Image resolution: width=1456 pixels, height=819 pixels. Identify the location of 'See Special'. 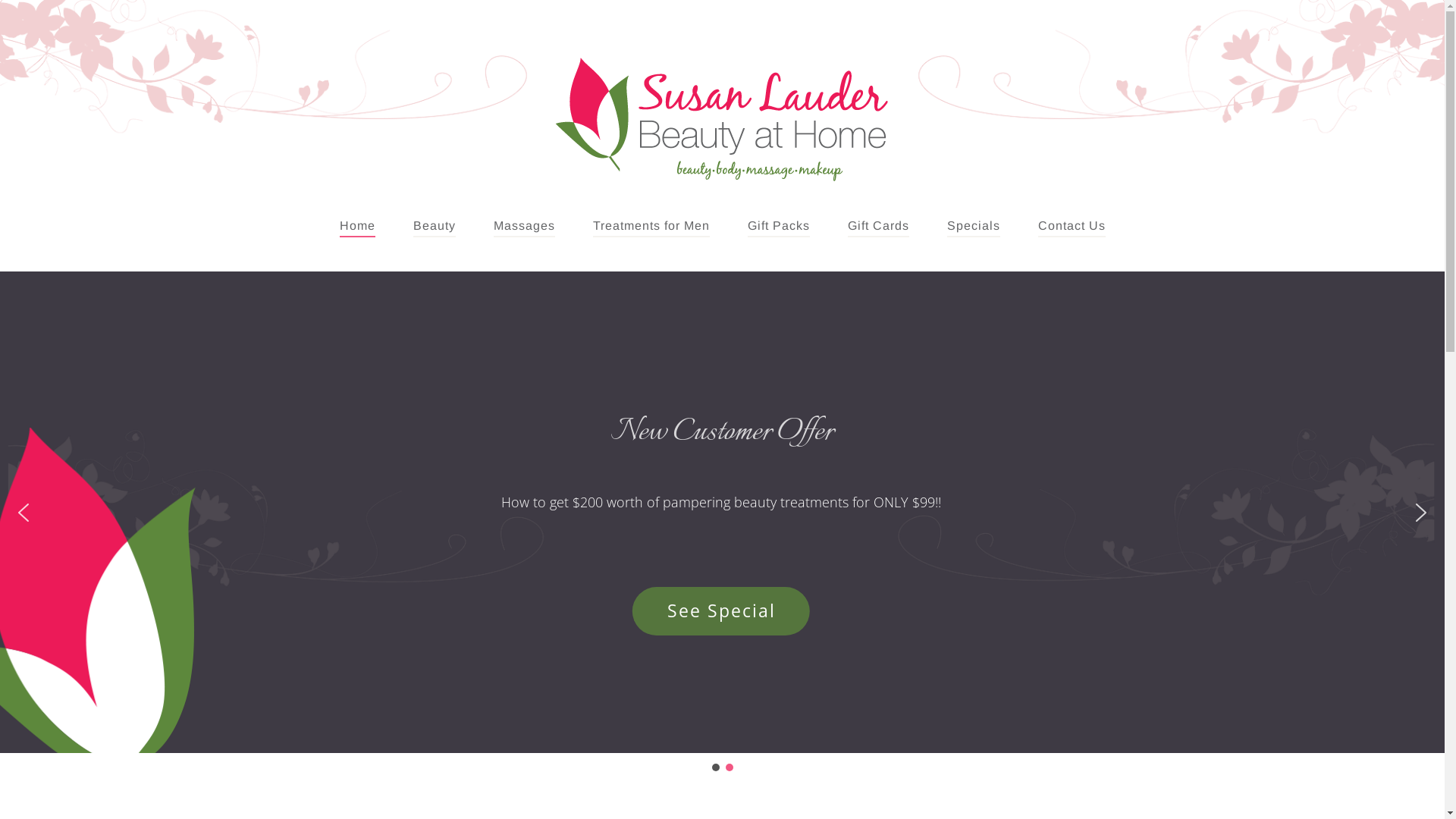
(720, 610).